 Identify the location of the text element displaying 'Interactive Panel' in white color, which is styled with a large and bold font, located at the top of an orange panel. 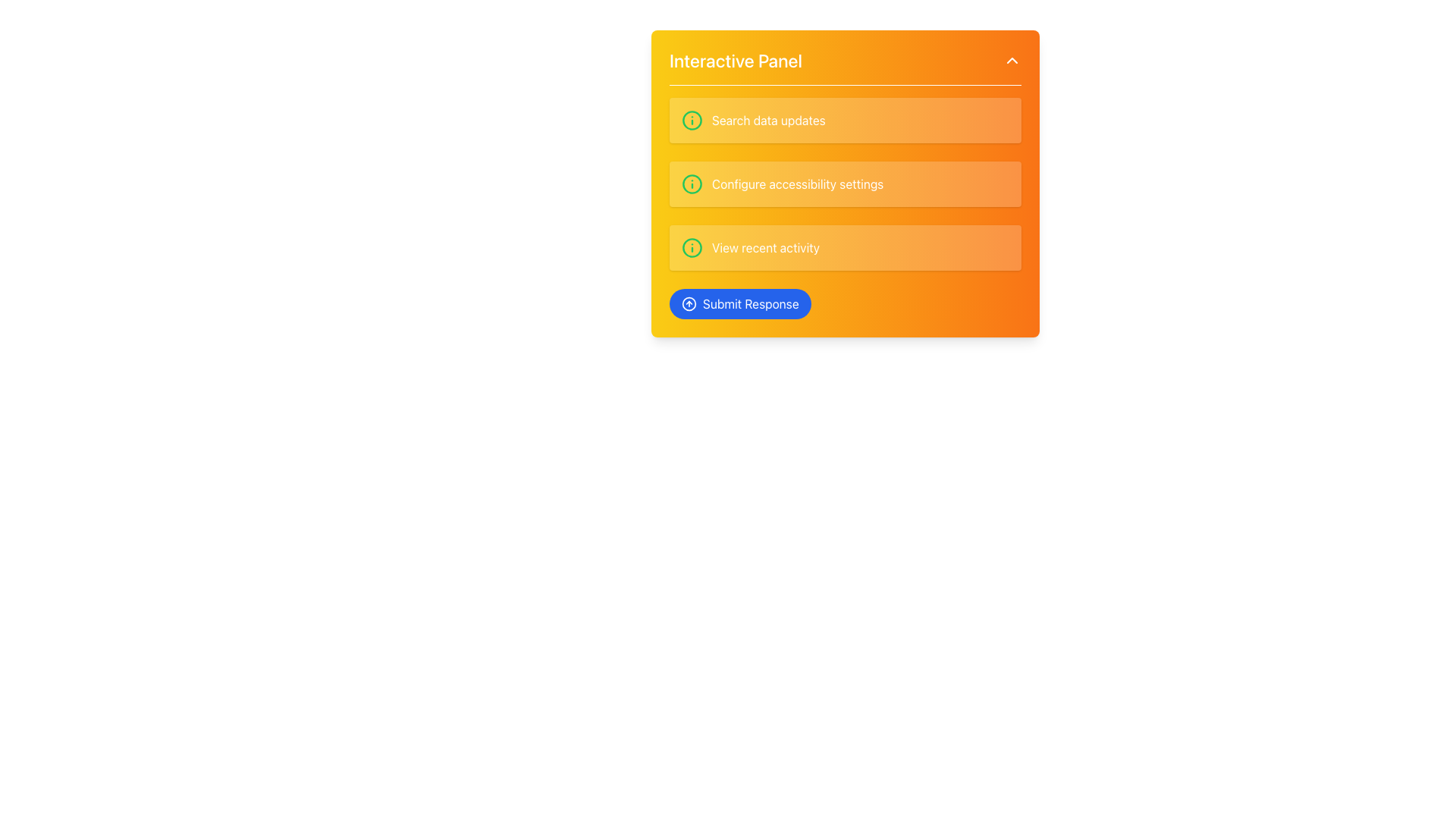
(736, 60).